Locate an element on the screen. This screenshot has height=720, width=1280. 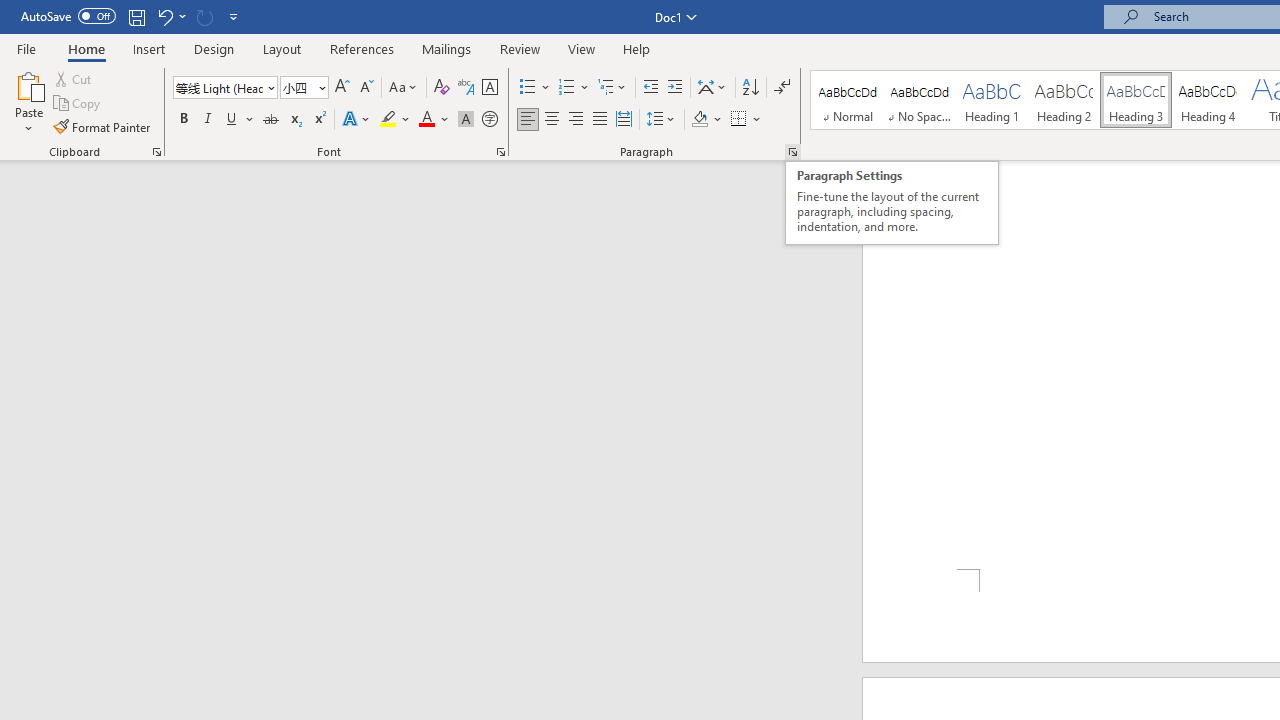
'Increase Indent' is located at coordinates (675, 86).